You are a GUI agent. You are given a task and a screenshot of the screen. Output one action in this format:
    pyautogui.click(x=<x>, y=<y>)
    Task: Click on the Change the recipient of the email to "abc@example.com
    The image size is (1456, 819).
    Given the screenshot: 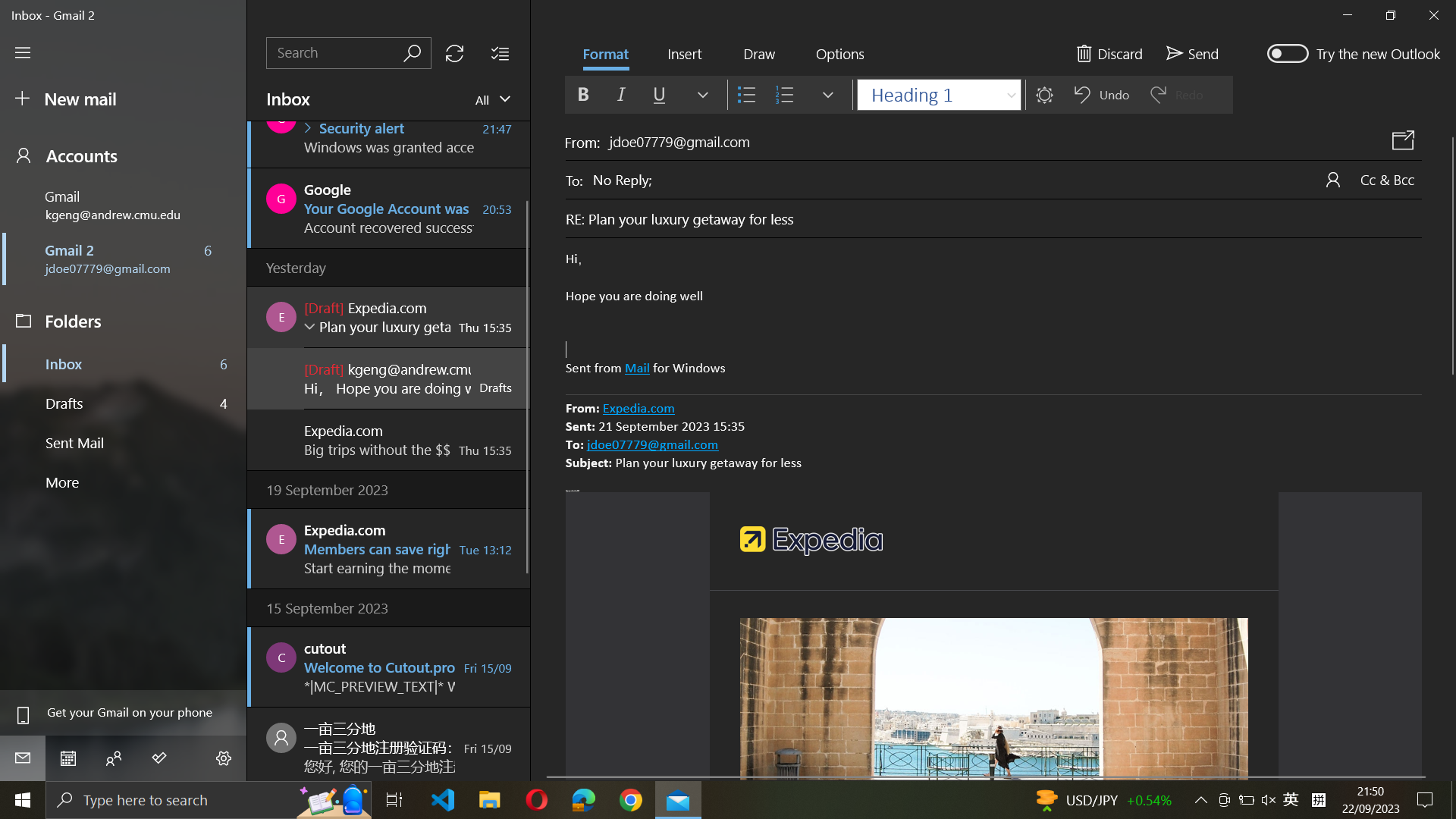 What is the action you would take?
    pyautogui.click(x=1007, y=177)
    